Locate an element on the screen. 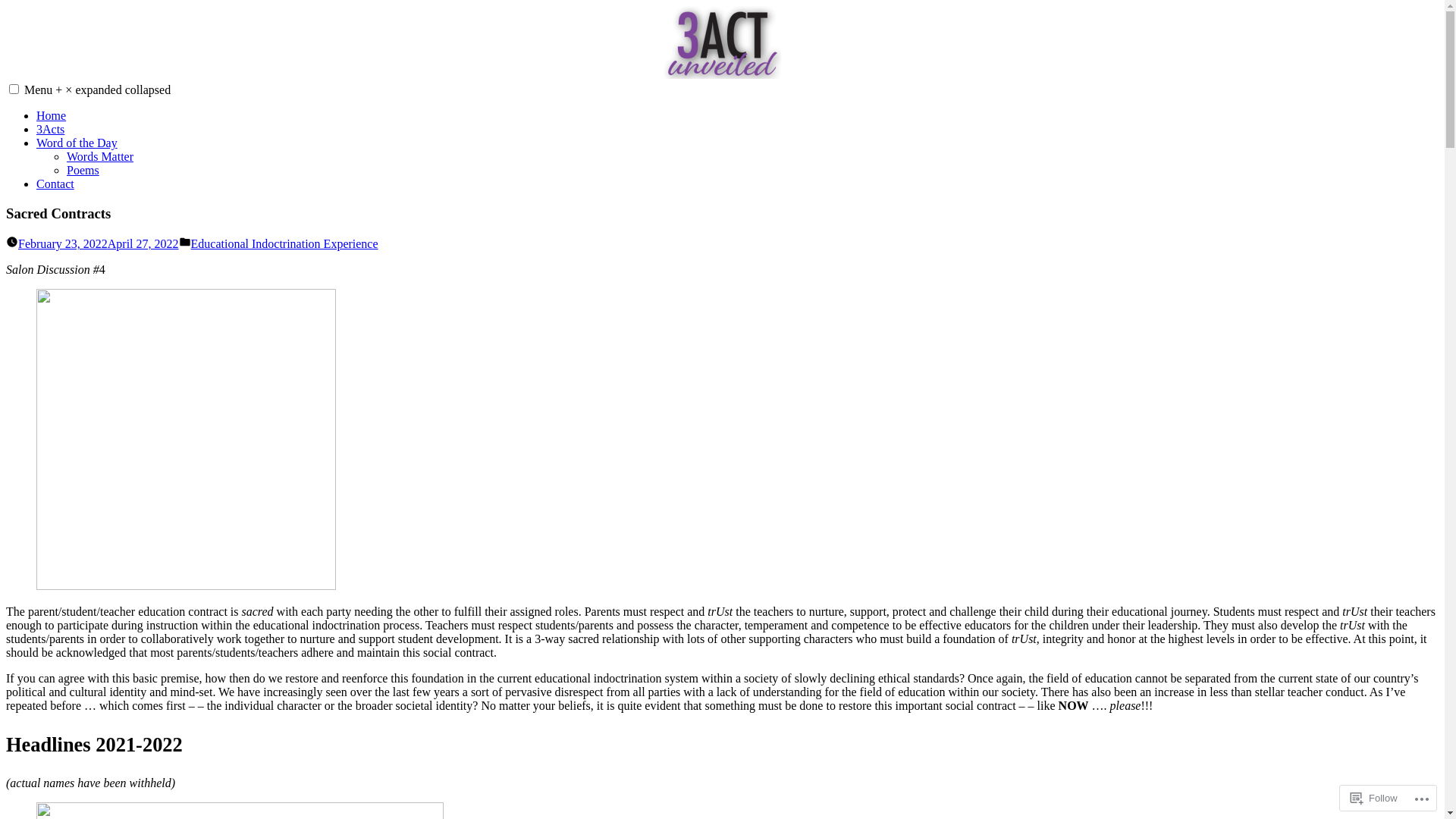 This screenshot has width=1456, height=819. 'Educational Indoctrination Experience' is located at coordinates (190, 243).